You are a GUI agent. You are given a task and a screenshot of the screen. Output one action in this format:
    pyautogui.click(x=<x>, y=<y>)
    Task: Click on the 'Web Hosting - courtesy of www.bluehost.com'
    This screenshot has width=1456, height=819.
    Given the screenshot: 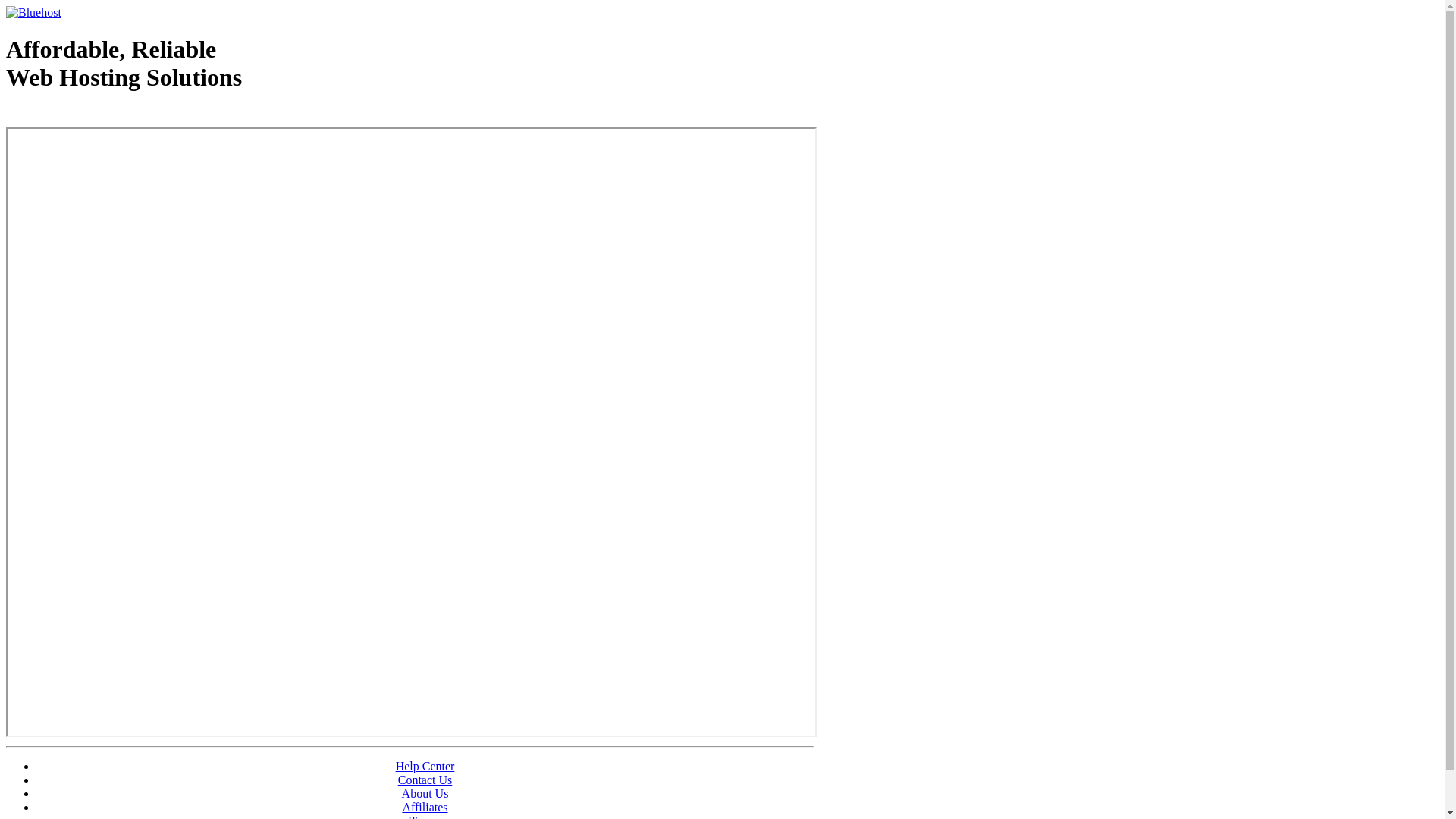 What is the action you would take?
    pyautogui.click(x=6, y=115)
    